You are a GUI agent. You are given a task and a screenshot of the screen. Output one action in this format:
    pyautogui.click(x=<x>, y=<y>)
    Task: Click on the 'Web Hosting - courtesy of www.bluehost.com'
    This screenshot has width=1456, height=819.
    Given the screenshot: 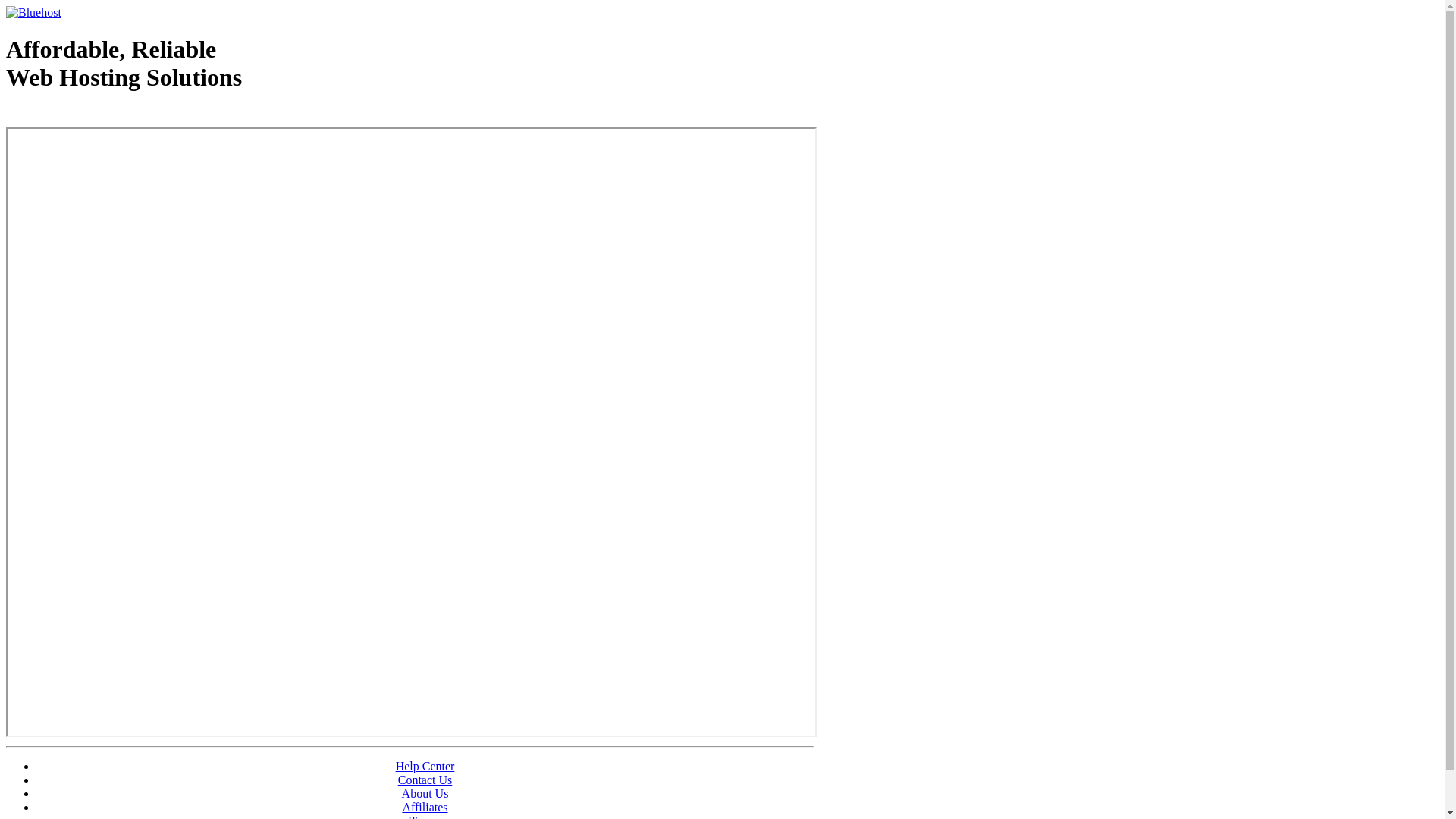 What is the action you would take?
    pyautogui.click(x=6, y=115)
    